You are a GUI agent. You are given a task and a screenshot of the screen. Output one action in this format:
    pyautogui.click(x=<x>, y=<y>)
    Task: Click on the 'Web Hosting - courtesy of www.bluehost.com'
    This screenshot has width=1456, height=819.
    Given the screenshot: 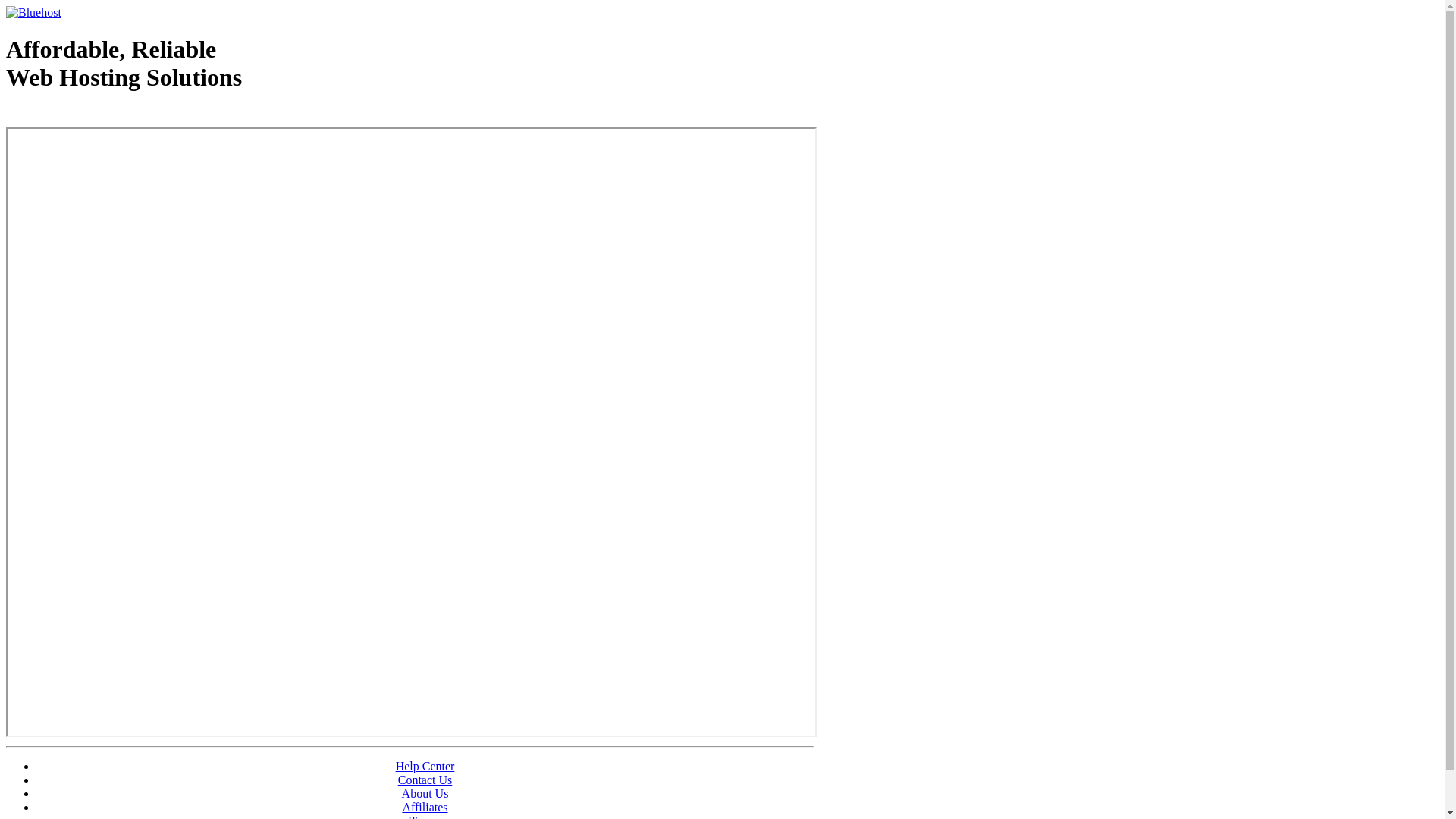 What is the action you would take?
    pyautogui.click(x=6, y=115)
    